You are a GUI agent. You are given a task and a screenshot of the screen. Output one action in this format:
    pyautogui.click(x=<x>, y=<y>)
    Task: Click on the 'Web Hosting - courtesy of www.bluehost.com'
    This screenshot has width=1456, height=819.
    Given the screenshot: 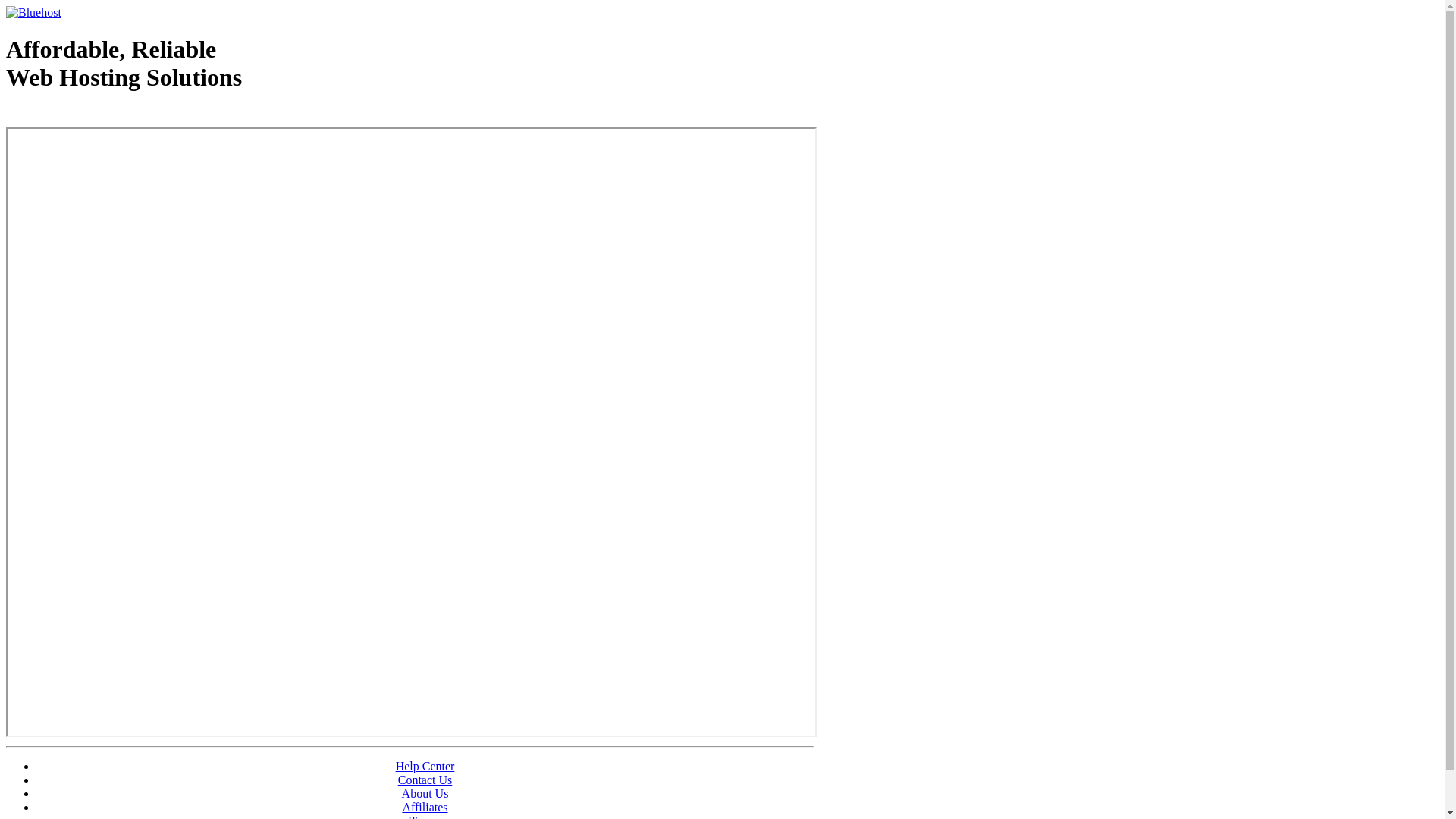 What is the action you would take?
    pyautogui.click(x=6, y=115)
    